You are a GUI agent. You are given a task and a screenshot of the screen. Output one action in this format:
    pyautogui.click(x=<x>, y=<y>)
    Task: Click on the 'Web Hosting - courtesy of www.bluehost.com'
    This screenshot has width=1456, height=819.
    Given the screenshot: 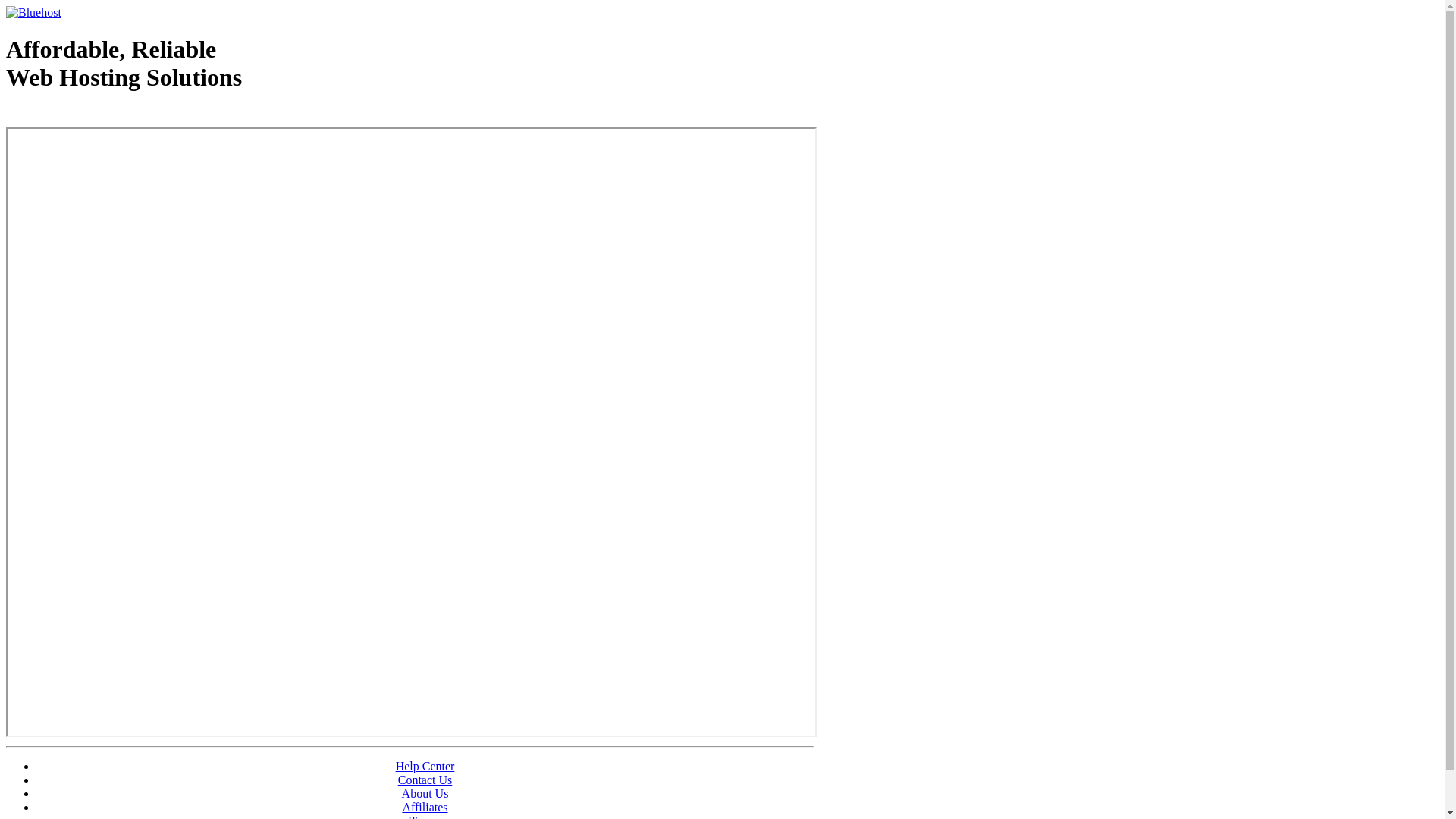 What is the action you would take?
    pyautogui.click(x=6, y=115)
    